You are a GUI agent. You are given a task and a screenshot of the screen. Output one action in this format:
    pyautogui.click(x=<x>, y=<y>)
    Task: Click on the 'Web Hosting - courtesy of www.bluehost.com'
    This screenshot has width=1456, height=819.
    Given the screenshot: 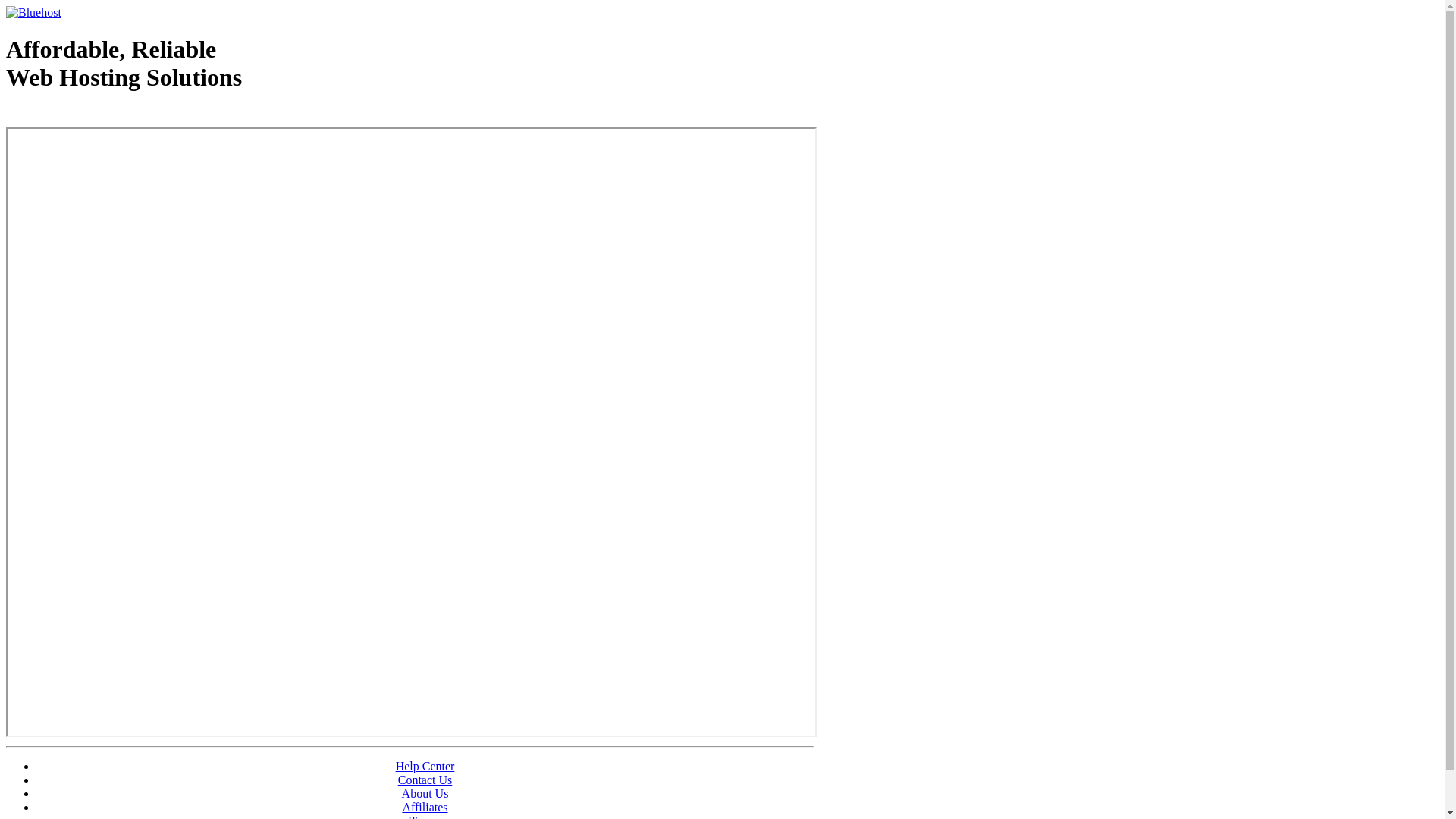 What is the action you would take?
    pyautogui.click(x=6, y=115)
    